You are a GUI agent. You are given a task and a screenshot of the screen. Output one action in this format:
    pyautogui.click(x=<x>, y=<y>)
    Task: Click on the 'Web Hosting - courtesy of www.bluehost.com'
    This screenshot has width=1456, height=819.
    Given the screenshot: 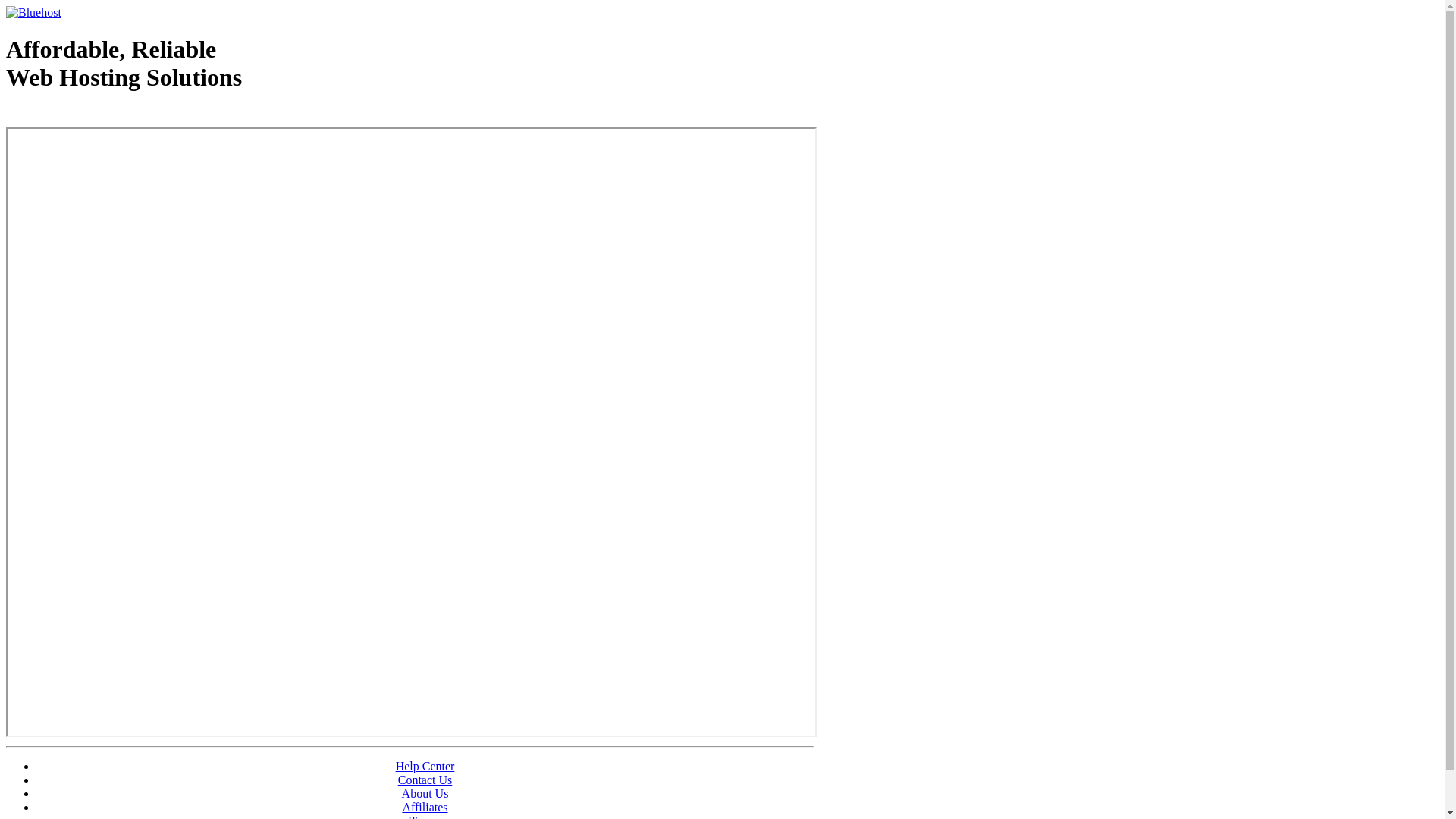 What is the action you would take?
    pyautogui.click(x=6, y=115)
    